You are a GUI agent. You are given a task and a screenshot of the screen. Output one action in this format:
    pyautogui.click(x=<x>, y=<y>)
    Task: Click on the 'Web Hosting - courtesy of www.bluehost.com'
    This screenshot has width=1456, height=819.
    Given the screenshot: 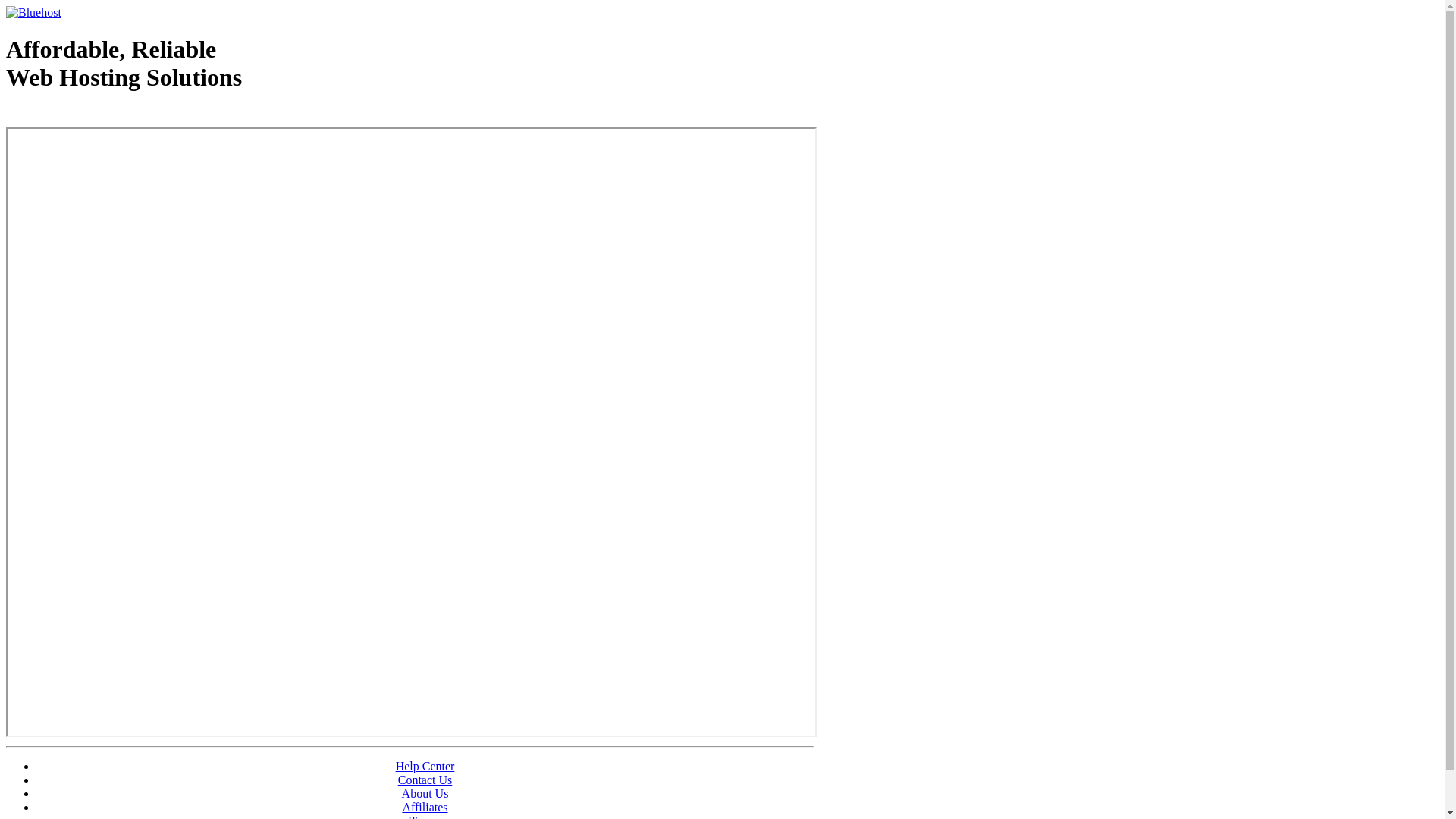 What is the action you would take?
    pyautogui.click(x=6, y=115)
    